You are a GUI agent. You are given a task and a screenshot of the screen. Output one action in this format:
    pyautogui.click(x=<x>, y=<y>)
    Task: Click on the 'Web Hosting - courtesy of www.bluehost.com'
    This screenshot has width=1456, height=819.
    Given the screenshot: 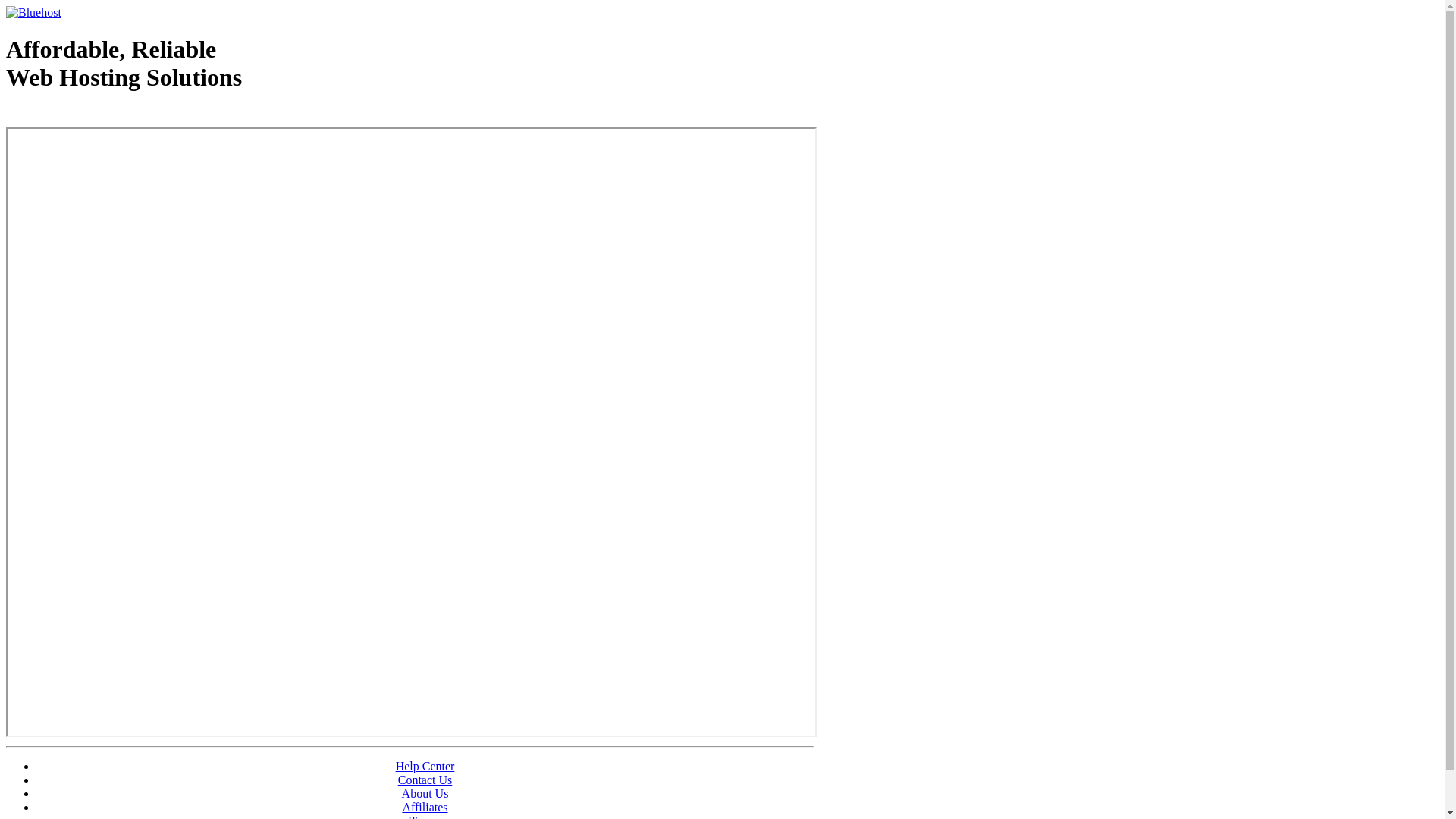 What is the action you would take?
    pyautogui.click(x=6, y=115)
    